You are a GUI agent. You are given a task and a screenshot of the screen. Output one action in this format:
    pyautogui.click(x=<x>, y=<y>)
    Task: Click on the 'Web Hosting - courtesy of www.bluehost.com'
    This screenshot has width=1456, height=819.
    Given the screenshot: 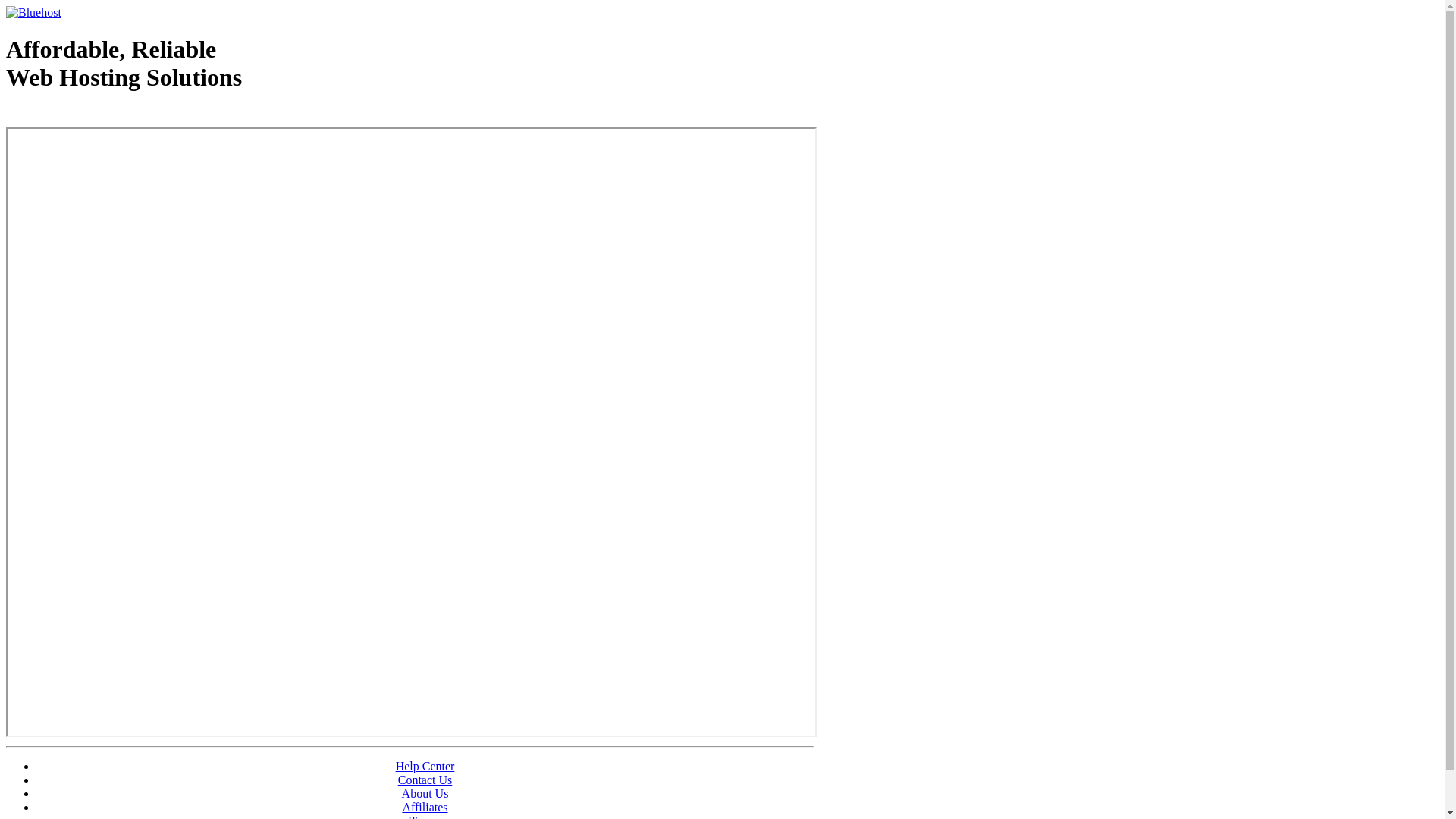 What is the action you would take?
    pyautogui.click(x=6, y=115)
    